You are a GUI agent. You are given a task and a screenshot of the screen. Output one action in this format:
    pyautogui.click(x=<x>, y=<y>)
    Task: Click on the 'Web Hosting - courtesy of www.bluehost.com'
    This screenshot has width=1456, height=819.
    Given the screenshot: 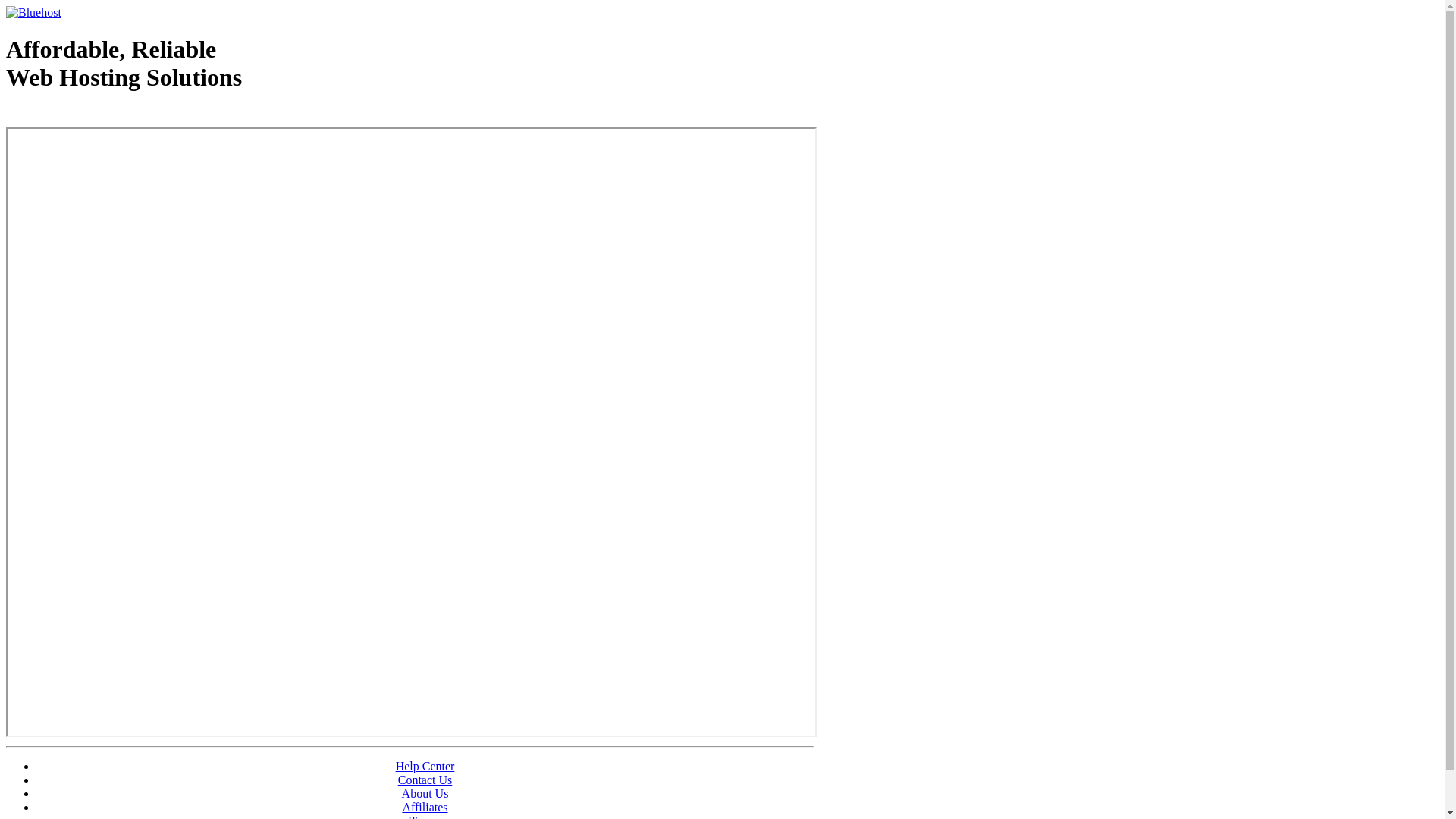 What is the action you would take?
    pyautogui.click(x=6, y=115)
    